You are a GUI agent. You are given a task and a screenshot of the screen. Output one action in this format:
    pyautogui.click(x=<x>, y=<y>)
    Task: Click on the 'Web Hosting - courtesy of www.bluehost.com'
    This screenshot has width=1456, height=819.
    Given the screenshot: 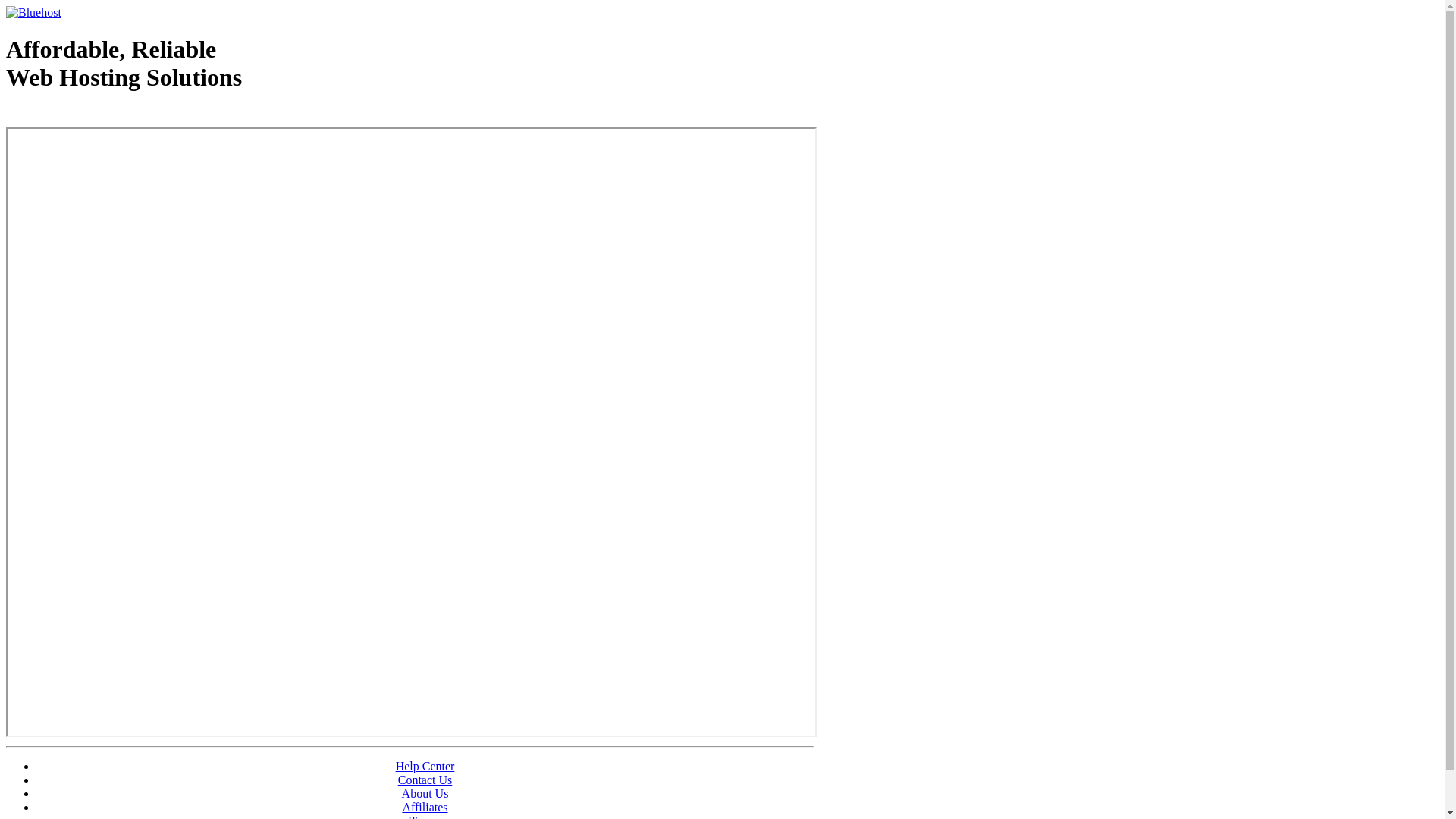 What is the action you would take?
    pyautogui.click(x=6, y=115)
    